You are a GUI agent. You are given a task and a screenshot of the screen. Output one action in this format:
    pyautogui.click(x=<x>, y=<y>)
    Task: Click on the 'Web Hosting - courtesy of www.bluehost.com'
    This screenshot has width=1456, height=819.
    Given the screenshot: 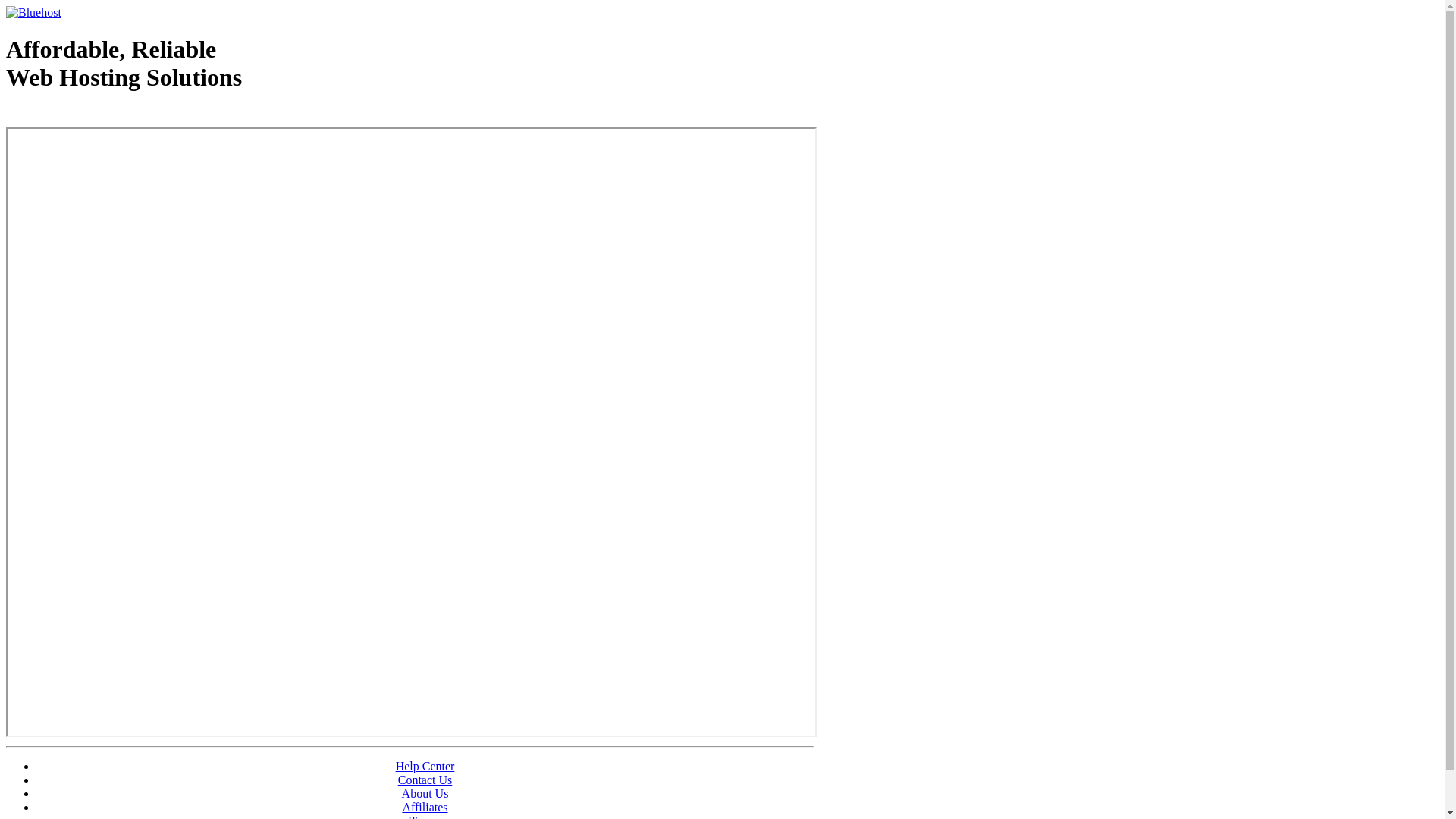 What is the action you would take?
    pyautogui.click(x=6, y=115)
    